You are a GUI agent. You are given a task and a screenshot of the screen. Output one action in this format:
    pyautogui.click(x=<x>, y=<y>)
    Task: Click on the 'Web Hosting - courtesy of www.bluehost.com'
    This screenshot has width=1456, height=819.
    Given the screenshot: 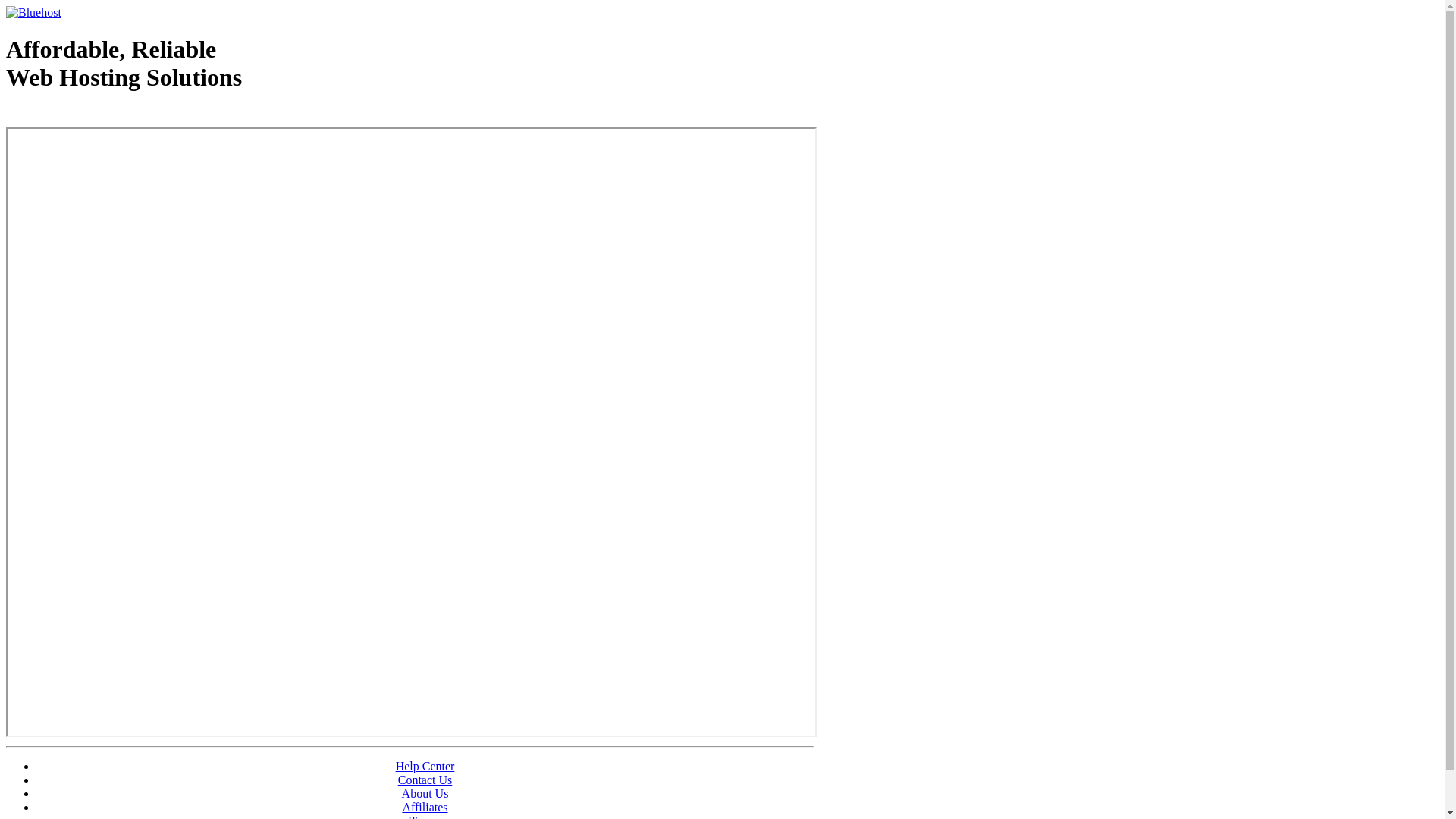 What is the action you would take?
    pyautogui.click(x=6, y=115)
    